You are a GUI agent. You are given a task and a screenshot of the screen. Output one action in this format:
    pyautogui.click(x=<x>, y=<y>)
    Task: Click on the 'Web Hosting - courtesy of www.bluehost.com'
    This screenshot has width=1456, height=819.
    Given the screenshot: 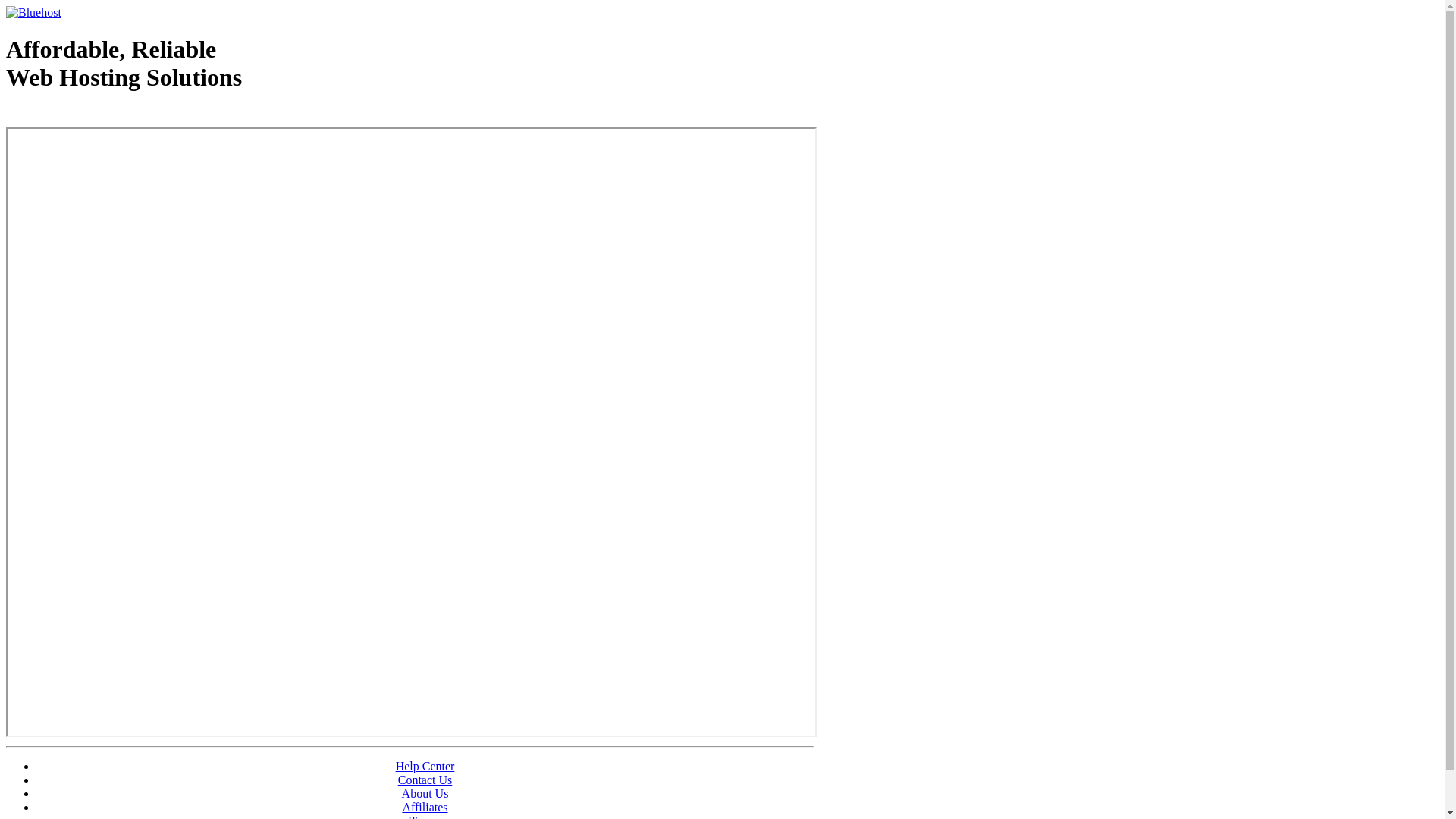 What is the action you would take?
    pyautogui.click(x=6, y=115)
    